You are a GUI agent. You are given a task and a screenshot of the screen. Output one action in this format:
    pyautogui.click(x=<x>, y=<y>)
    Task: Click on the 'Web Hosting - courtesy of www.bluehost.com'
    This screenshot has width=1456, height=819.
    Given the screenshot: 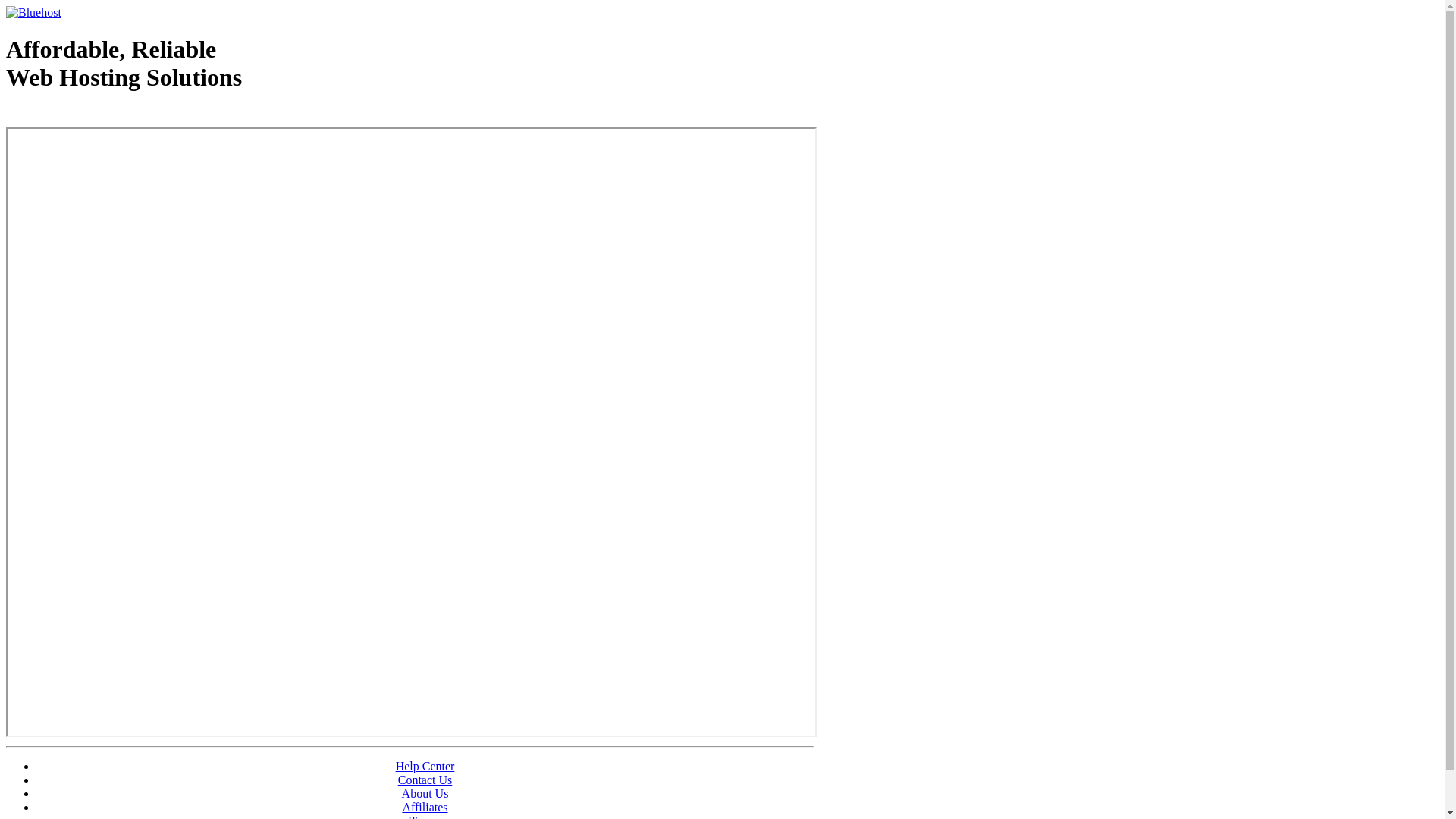 What is the action you would take?
    pyautogui.click(x=6, y=115)
    